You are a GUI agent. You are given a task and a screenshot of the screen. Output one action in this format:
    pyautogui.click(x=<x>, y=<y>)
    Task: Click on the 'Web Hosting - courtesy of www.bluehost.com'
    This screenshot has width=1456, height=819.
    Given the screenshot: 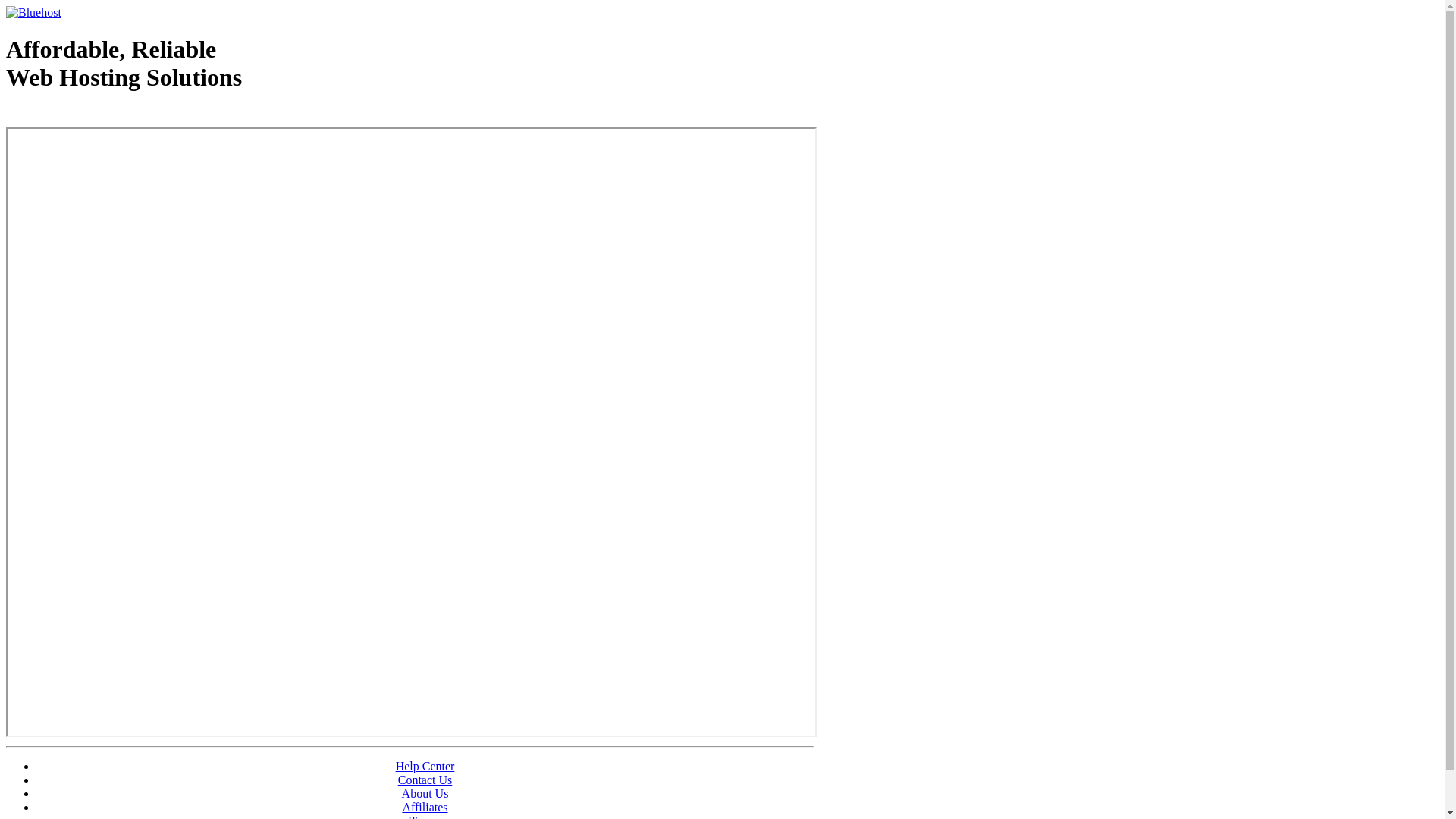 What is the action you would take?
    pyautogui.click(x=6, y=115)
    